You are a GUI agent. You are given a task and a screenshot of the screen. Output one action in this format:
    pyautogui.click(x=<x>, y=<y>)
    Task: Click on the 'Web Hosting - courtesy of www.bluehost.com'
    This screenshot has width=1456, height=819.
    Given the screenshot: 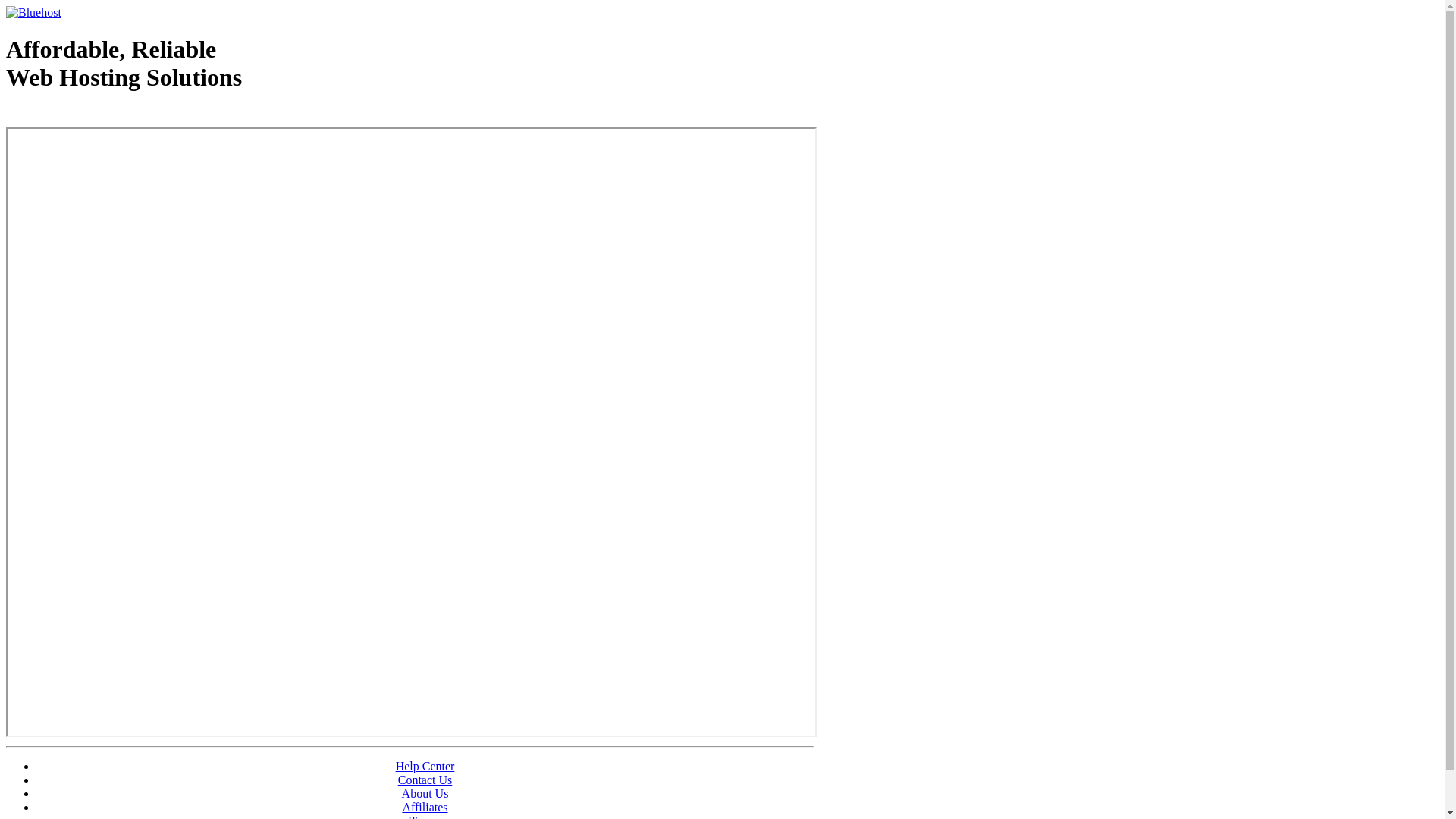 What is the action you would take?
    pyautogui.click(x=6, y=115)
    